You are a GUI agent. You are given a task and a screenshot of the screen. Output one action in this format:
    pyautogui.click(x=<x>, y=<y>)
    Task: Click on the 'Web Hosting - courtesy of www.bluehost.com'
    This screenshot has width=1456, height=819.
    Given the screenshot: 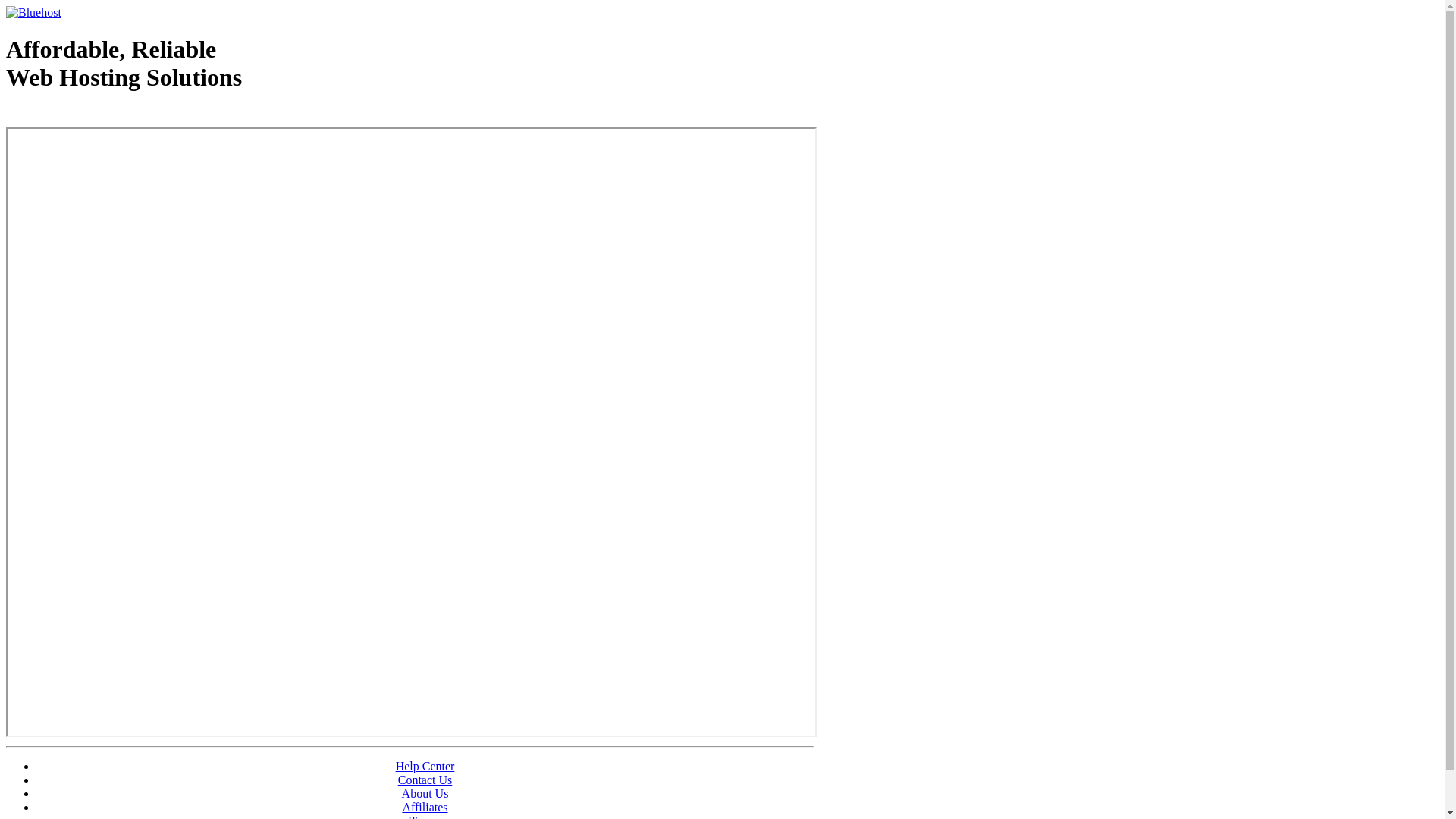 What is the action you would take?
    pyautogui.click(x=6, y=115)
    